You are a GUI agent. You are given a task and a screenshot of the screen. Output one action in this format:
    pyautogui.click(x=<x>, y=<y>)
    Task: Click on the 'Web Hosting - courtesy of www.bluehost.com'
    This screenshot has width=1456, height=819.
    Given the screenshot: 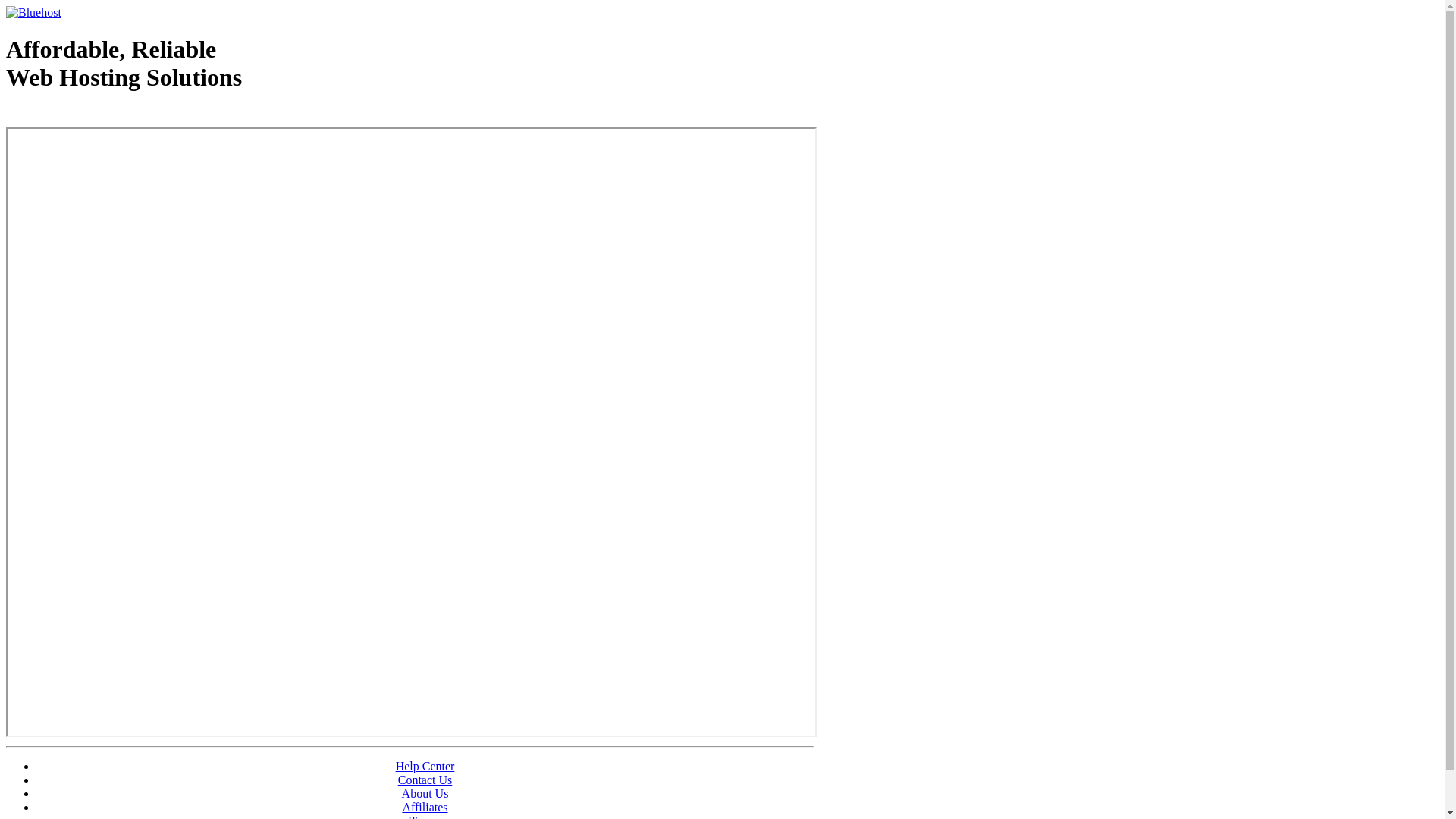 What is the action you would take?
    pyautogui.click(x=6, y=115)
    